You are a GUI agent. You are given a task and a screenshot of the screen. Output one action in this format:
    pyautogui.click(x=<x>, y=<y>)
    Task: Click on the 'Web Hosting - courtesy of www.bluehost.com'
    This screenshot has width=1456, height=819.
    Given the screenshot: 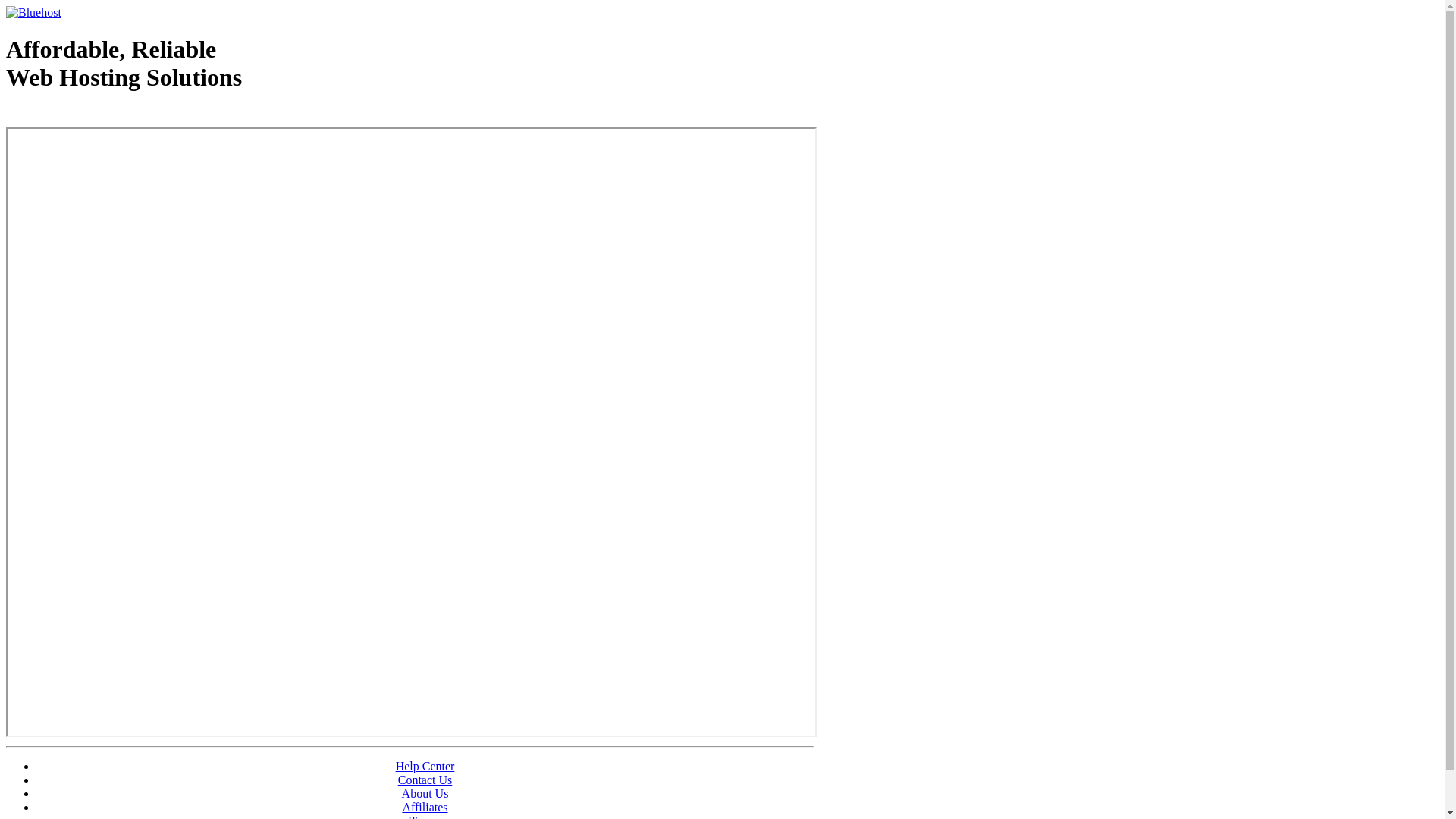 What is the action you would take?
    pyautogui.click(x=6, y=115)
    